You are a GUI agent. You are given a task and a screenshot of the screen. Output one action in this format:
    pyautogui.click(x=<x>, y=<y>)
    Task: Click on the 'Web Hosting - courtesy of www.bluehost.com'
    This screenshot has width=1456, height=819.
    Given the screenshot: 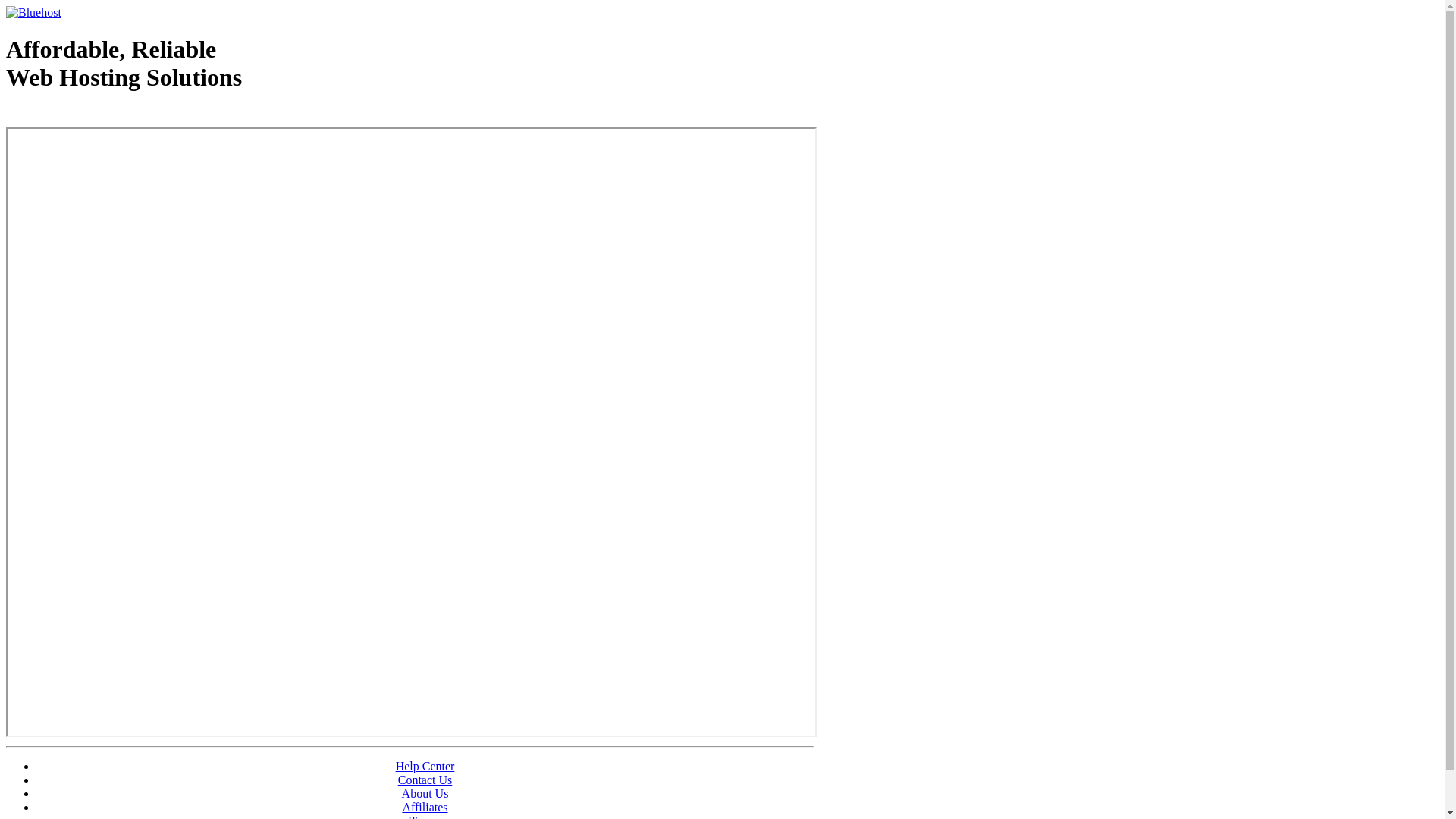 What is the action you would take?
    pyautogui.click(x=6, y=115)
    